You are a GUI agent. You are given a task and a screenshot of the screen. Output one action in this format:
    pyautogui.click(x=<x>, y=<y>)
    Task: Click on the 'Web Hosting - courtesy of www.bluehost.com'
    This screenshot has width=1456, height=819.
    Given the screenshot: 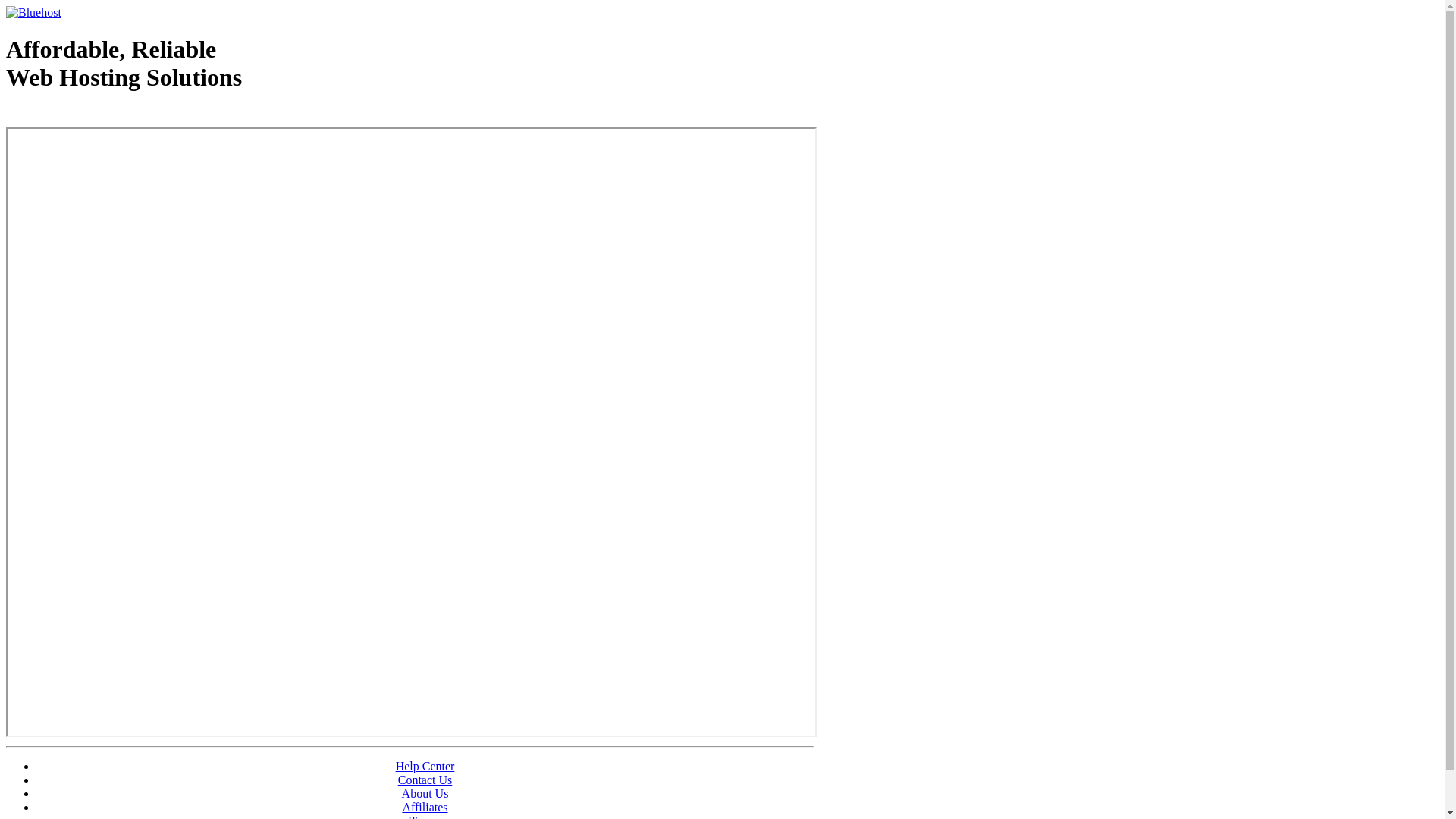 What is the action you would take?
    pyautogui.click(x=6, y=115)
    